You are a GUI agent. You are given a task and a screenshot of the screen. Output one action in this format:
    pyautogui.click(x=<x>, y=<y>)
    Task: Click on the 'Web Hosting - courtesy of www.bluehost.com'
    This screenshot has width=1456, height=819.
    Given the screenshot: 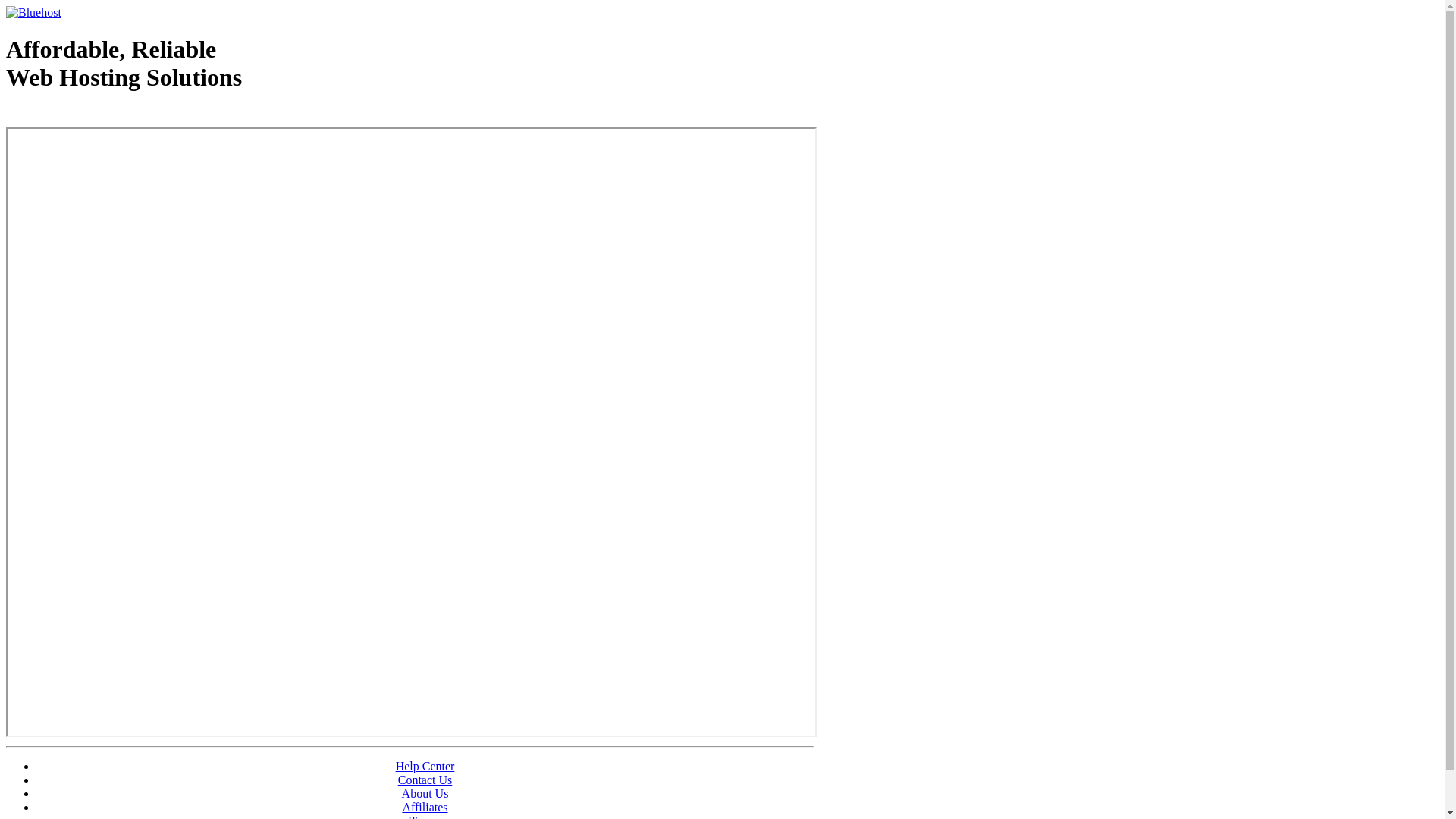 What is the action you would take?
    pyautogui.click(x=6, y=115)
    